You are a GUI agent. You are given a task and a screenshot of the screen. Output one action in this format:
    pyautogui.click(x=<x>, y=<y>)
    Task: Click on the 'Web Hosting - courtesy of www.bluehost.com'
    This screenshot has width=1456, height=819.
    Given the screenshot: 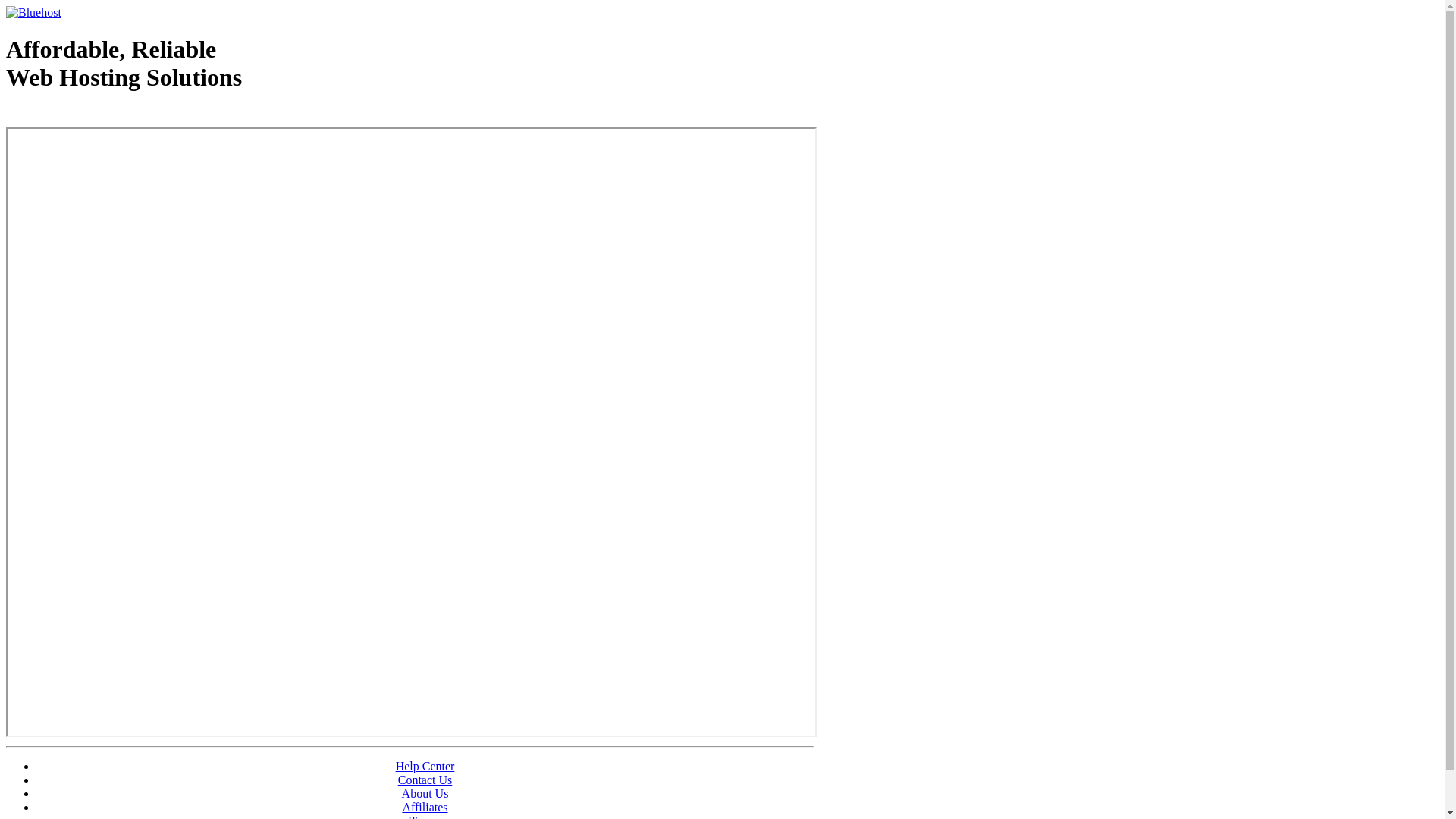 What is the action you would take?
    pyautogui.click(x=6, y=115)
    